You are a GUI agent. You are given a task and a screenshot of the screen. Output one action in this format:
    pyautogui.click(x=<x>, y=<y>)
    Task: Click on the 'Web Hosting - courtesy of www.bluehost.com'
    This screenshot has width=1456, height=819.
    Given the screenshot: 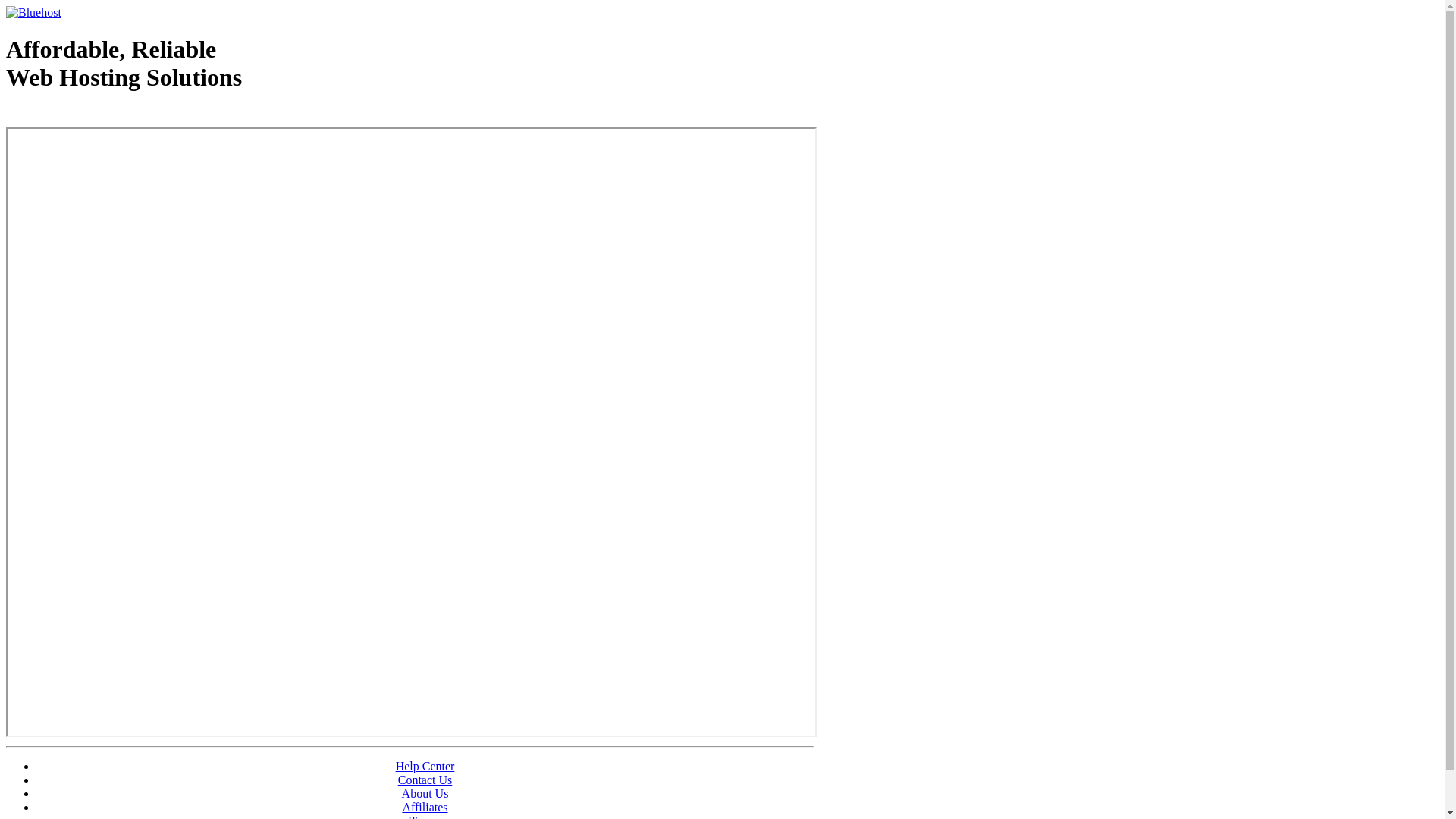 What is the action you would take?
    pyautogui.click(x=6, y=115)
    